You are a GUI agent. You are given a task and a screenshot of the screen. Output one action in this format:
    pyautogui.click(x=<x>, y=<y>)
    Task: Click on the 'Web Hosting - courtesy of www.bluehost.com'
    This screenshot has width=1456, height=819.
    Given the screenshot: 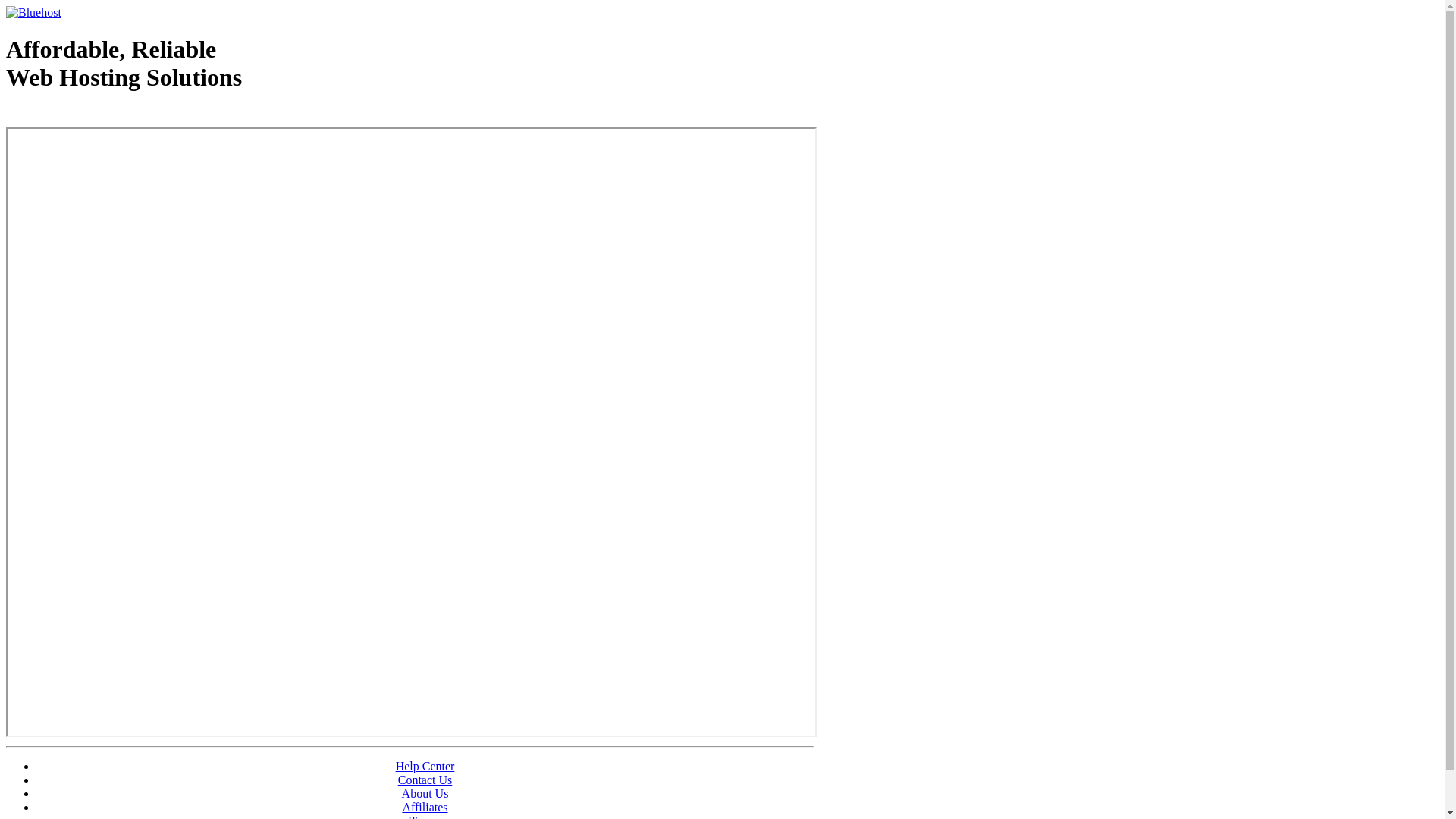 What is the action you would take?
    pyautogui.click(x=6, y=115)
    